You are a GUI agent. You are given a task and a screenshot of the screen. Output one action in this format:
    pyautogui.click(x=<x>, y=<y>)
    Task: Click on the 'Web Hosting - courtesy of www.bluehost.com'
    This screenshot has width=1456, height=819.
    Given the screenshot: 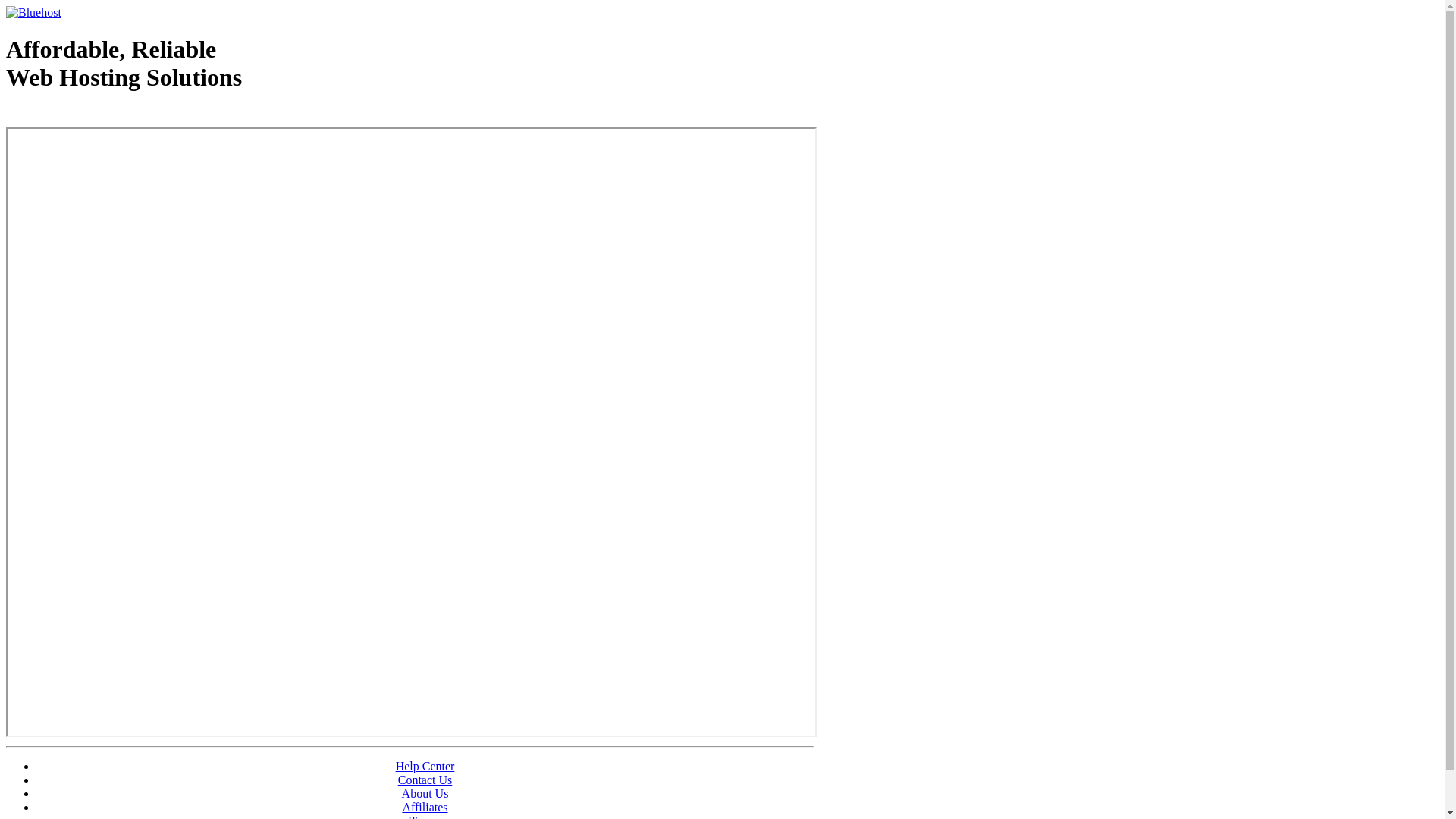 What is the action you would take?
    pyautogui.click(x=6, y=115)
    